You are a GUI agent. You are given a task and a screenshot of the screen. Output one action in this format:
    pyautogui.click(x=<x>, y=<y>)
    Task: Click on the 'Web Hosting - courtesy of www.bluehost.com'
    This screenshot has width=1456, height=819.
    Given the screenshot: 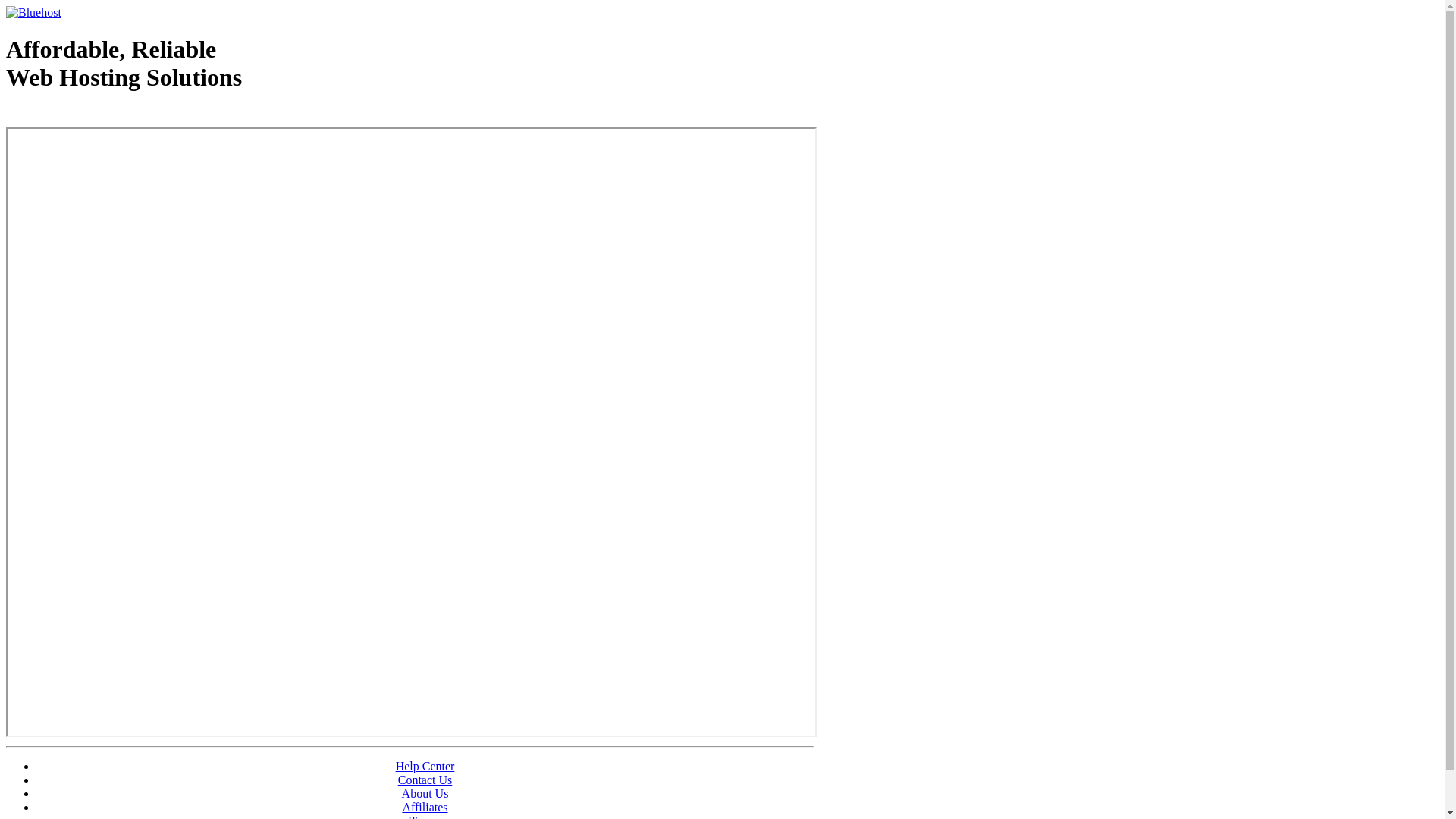 What is the action you would take?
    pyautogui.click(x=6, y=115)
    